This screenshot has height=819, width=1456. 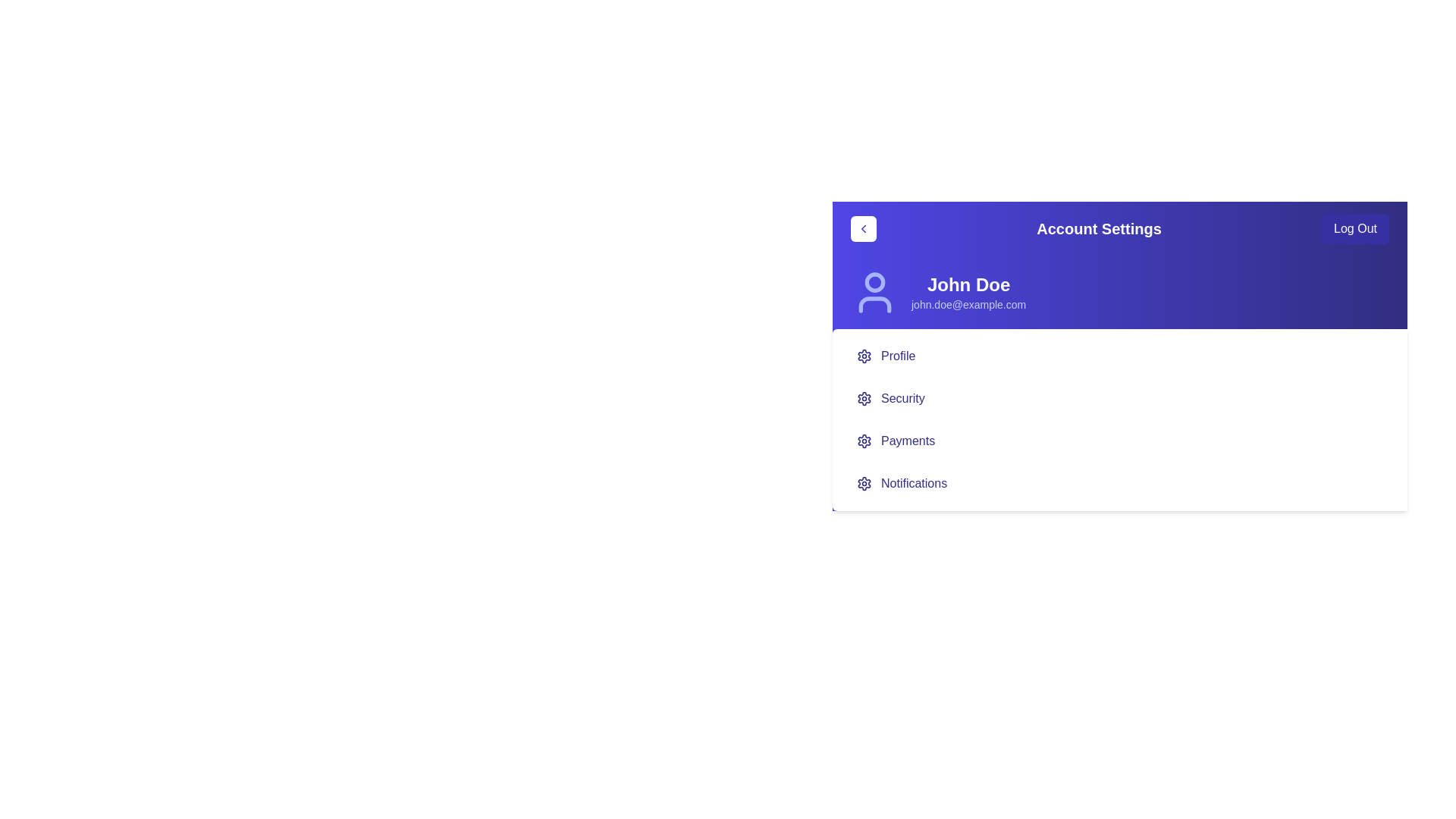 What do you see at coordinates (874, 292) in the screenshot?
I see `the user icon represented by an SVG graphic with a circular head and semicircular torso, styled in indigo with light blue accents, located in the top-left section of the user's profile card` at bounding box center [874, 292].